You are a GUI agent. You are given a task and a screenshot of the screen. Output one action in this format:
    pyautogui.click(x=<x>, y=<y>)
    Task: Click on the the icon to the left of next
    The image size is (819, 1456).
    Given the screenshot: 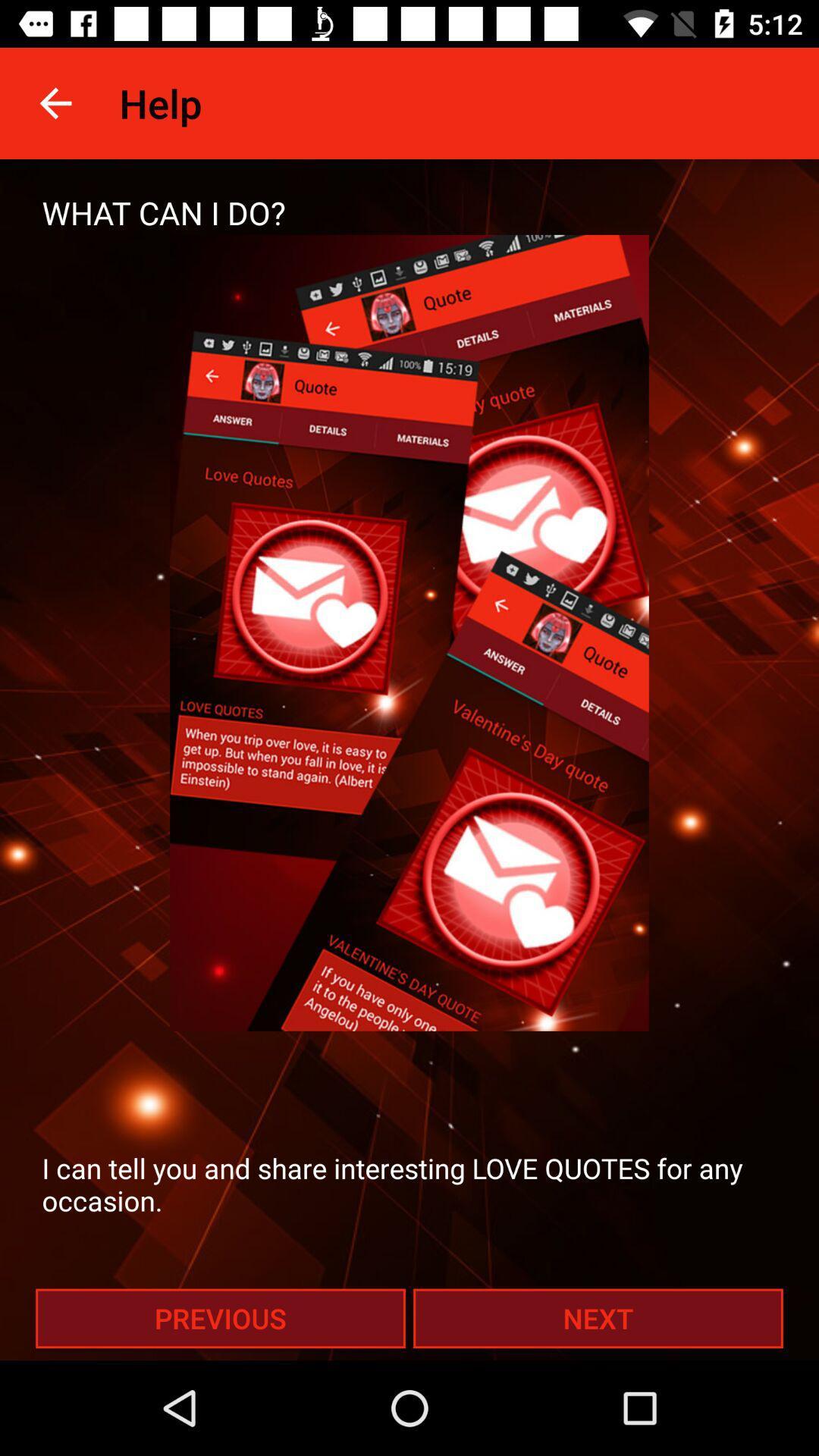 What is the action you would take?
    pyautogui.click(x=220, y=1317)
    